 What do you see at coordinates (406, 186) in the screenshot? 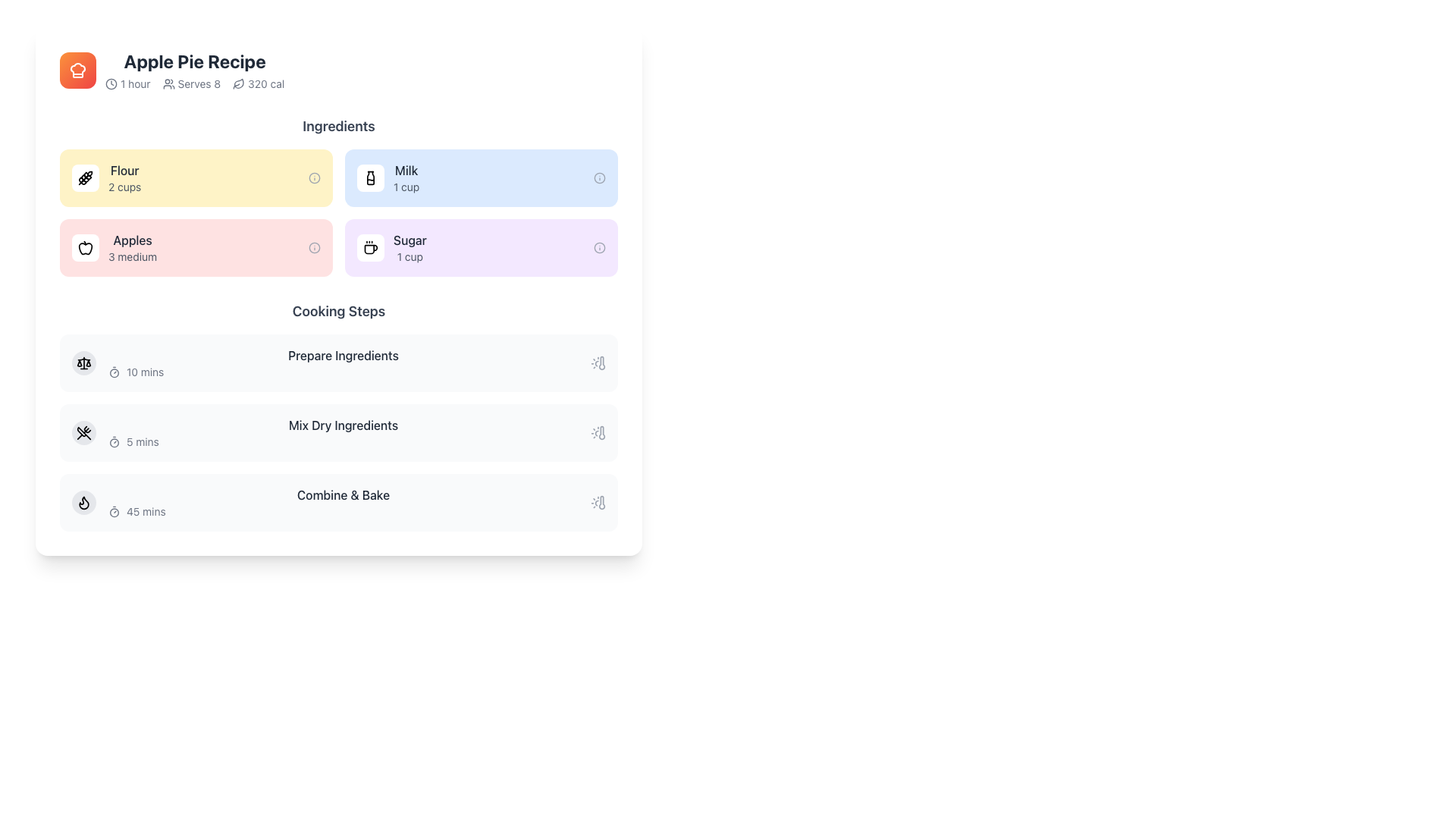
I see `text label '1 cup' which is styled with a small font size and gray color, located within the 'Milk' section of the interface` at bounding box center [406, 186].